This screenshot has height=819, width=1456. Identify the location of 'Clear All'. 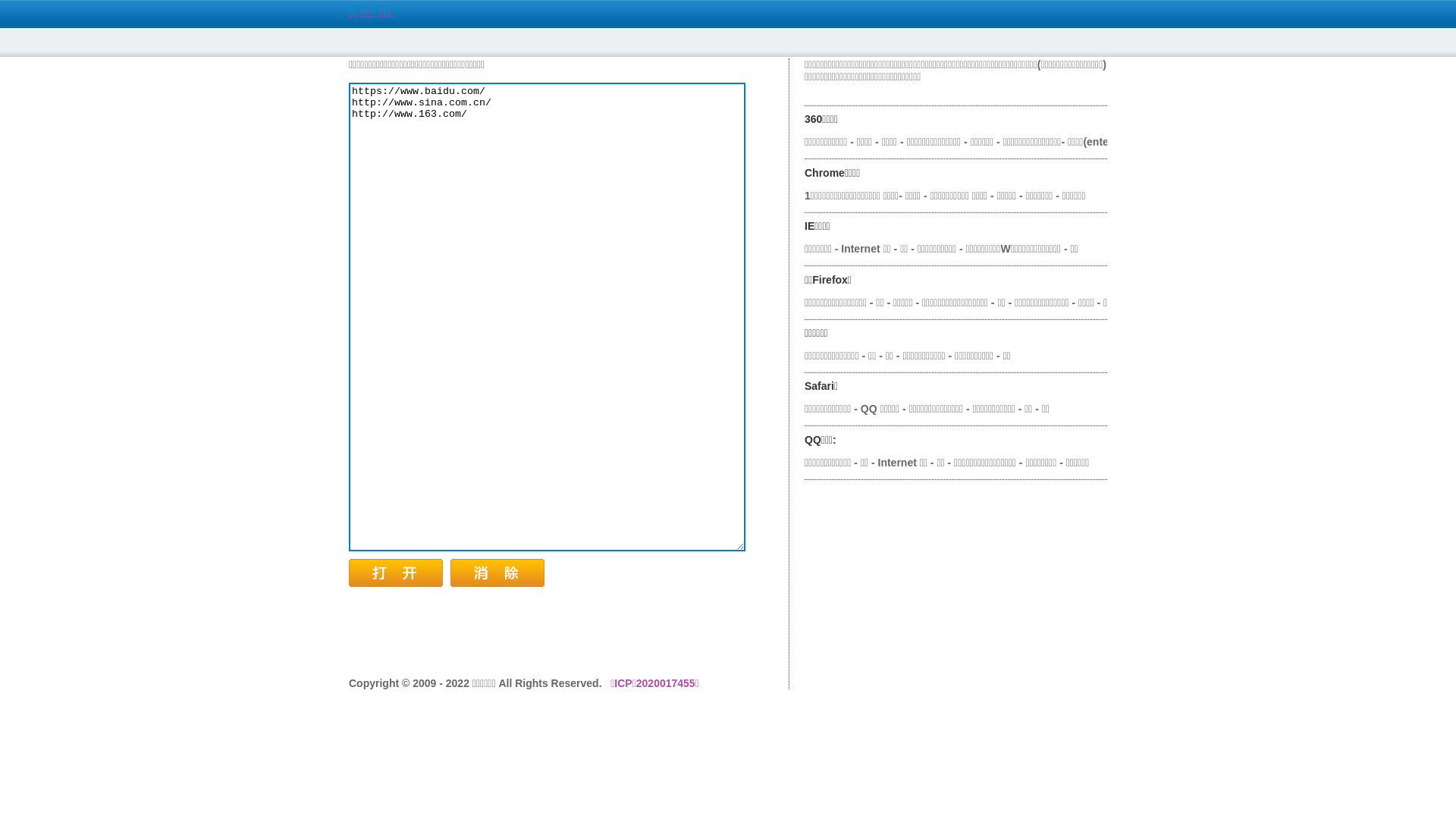
(450, 573).